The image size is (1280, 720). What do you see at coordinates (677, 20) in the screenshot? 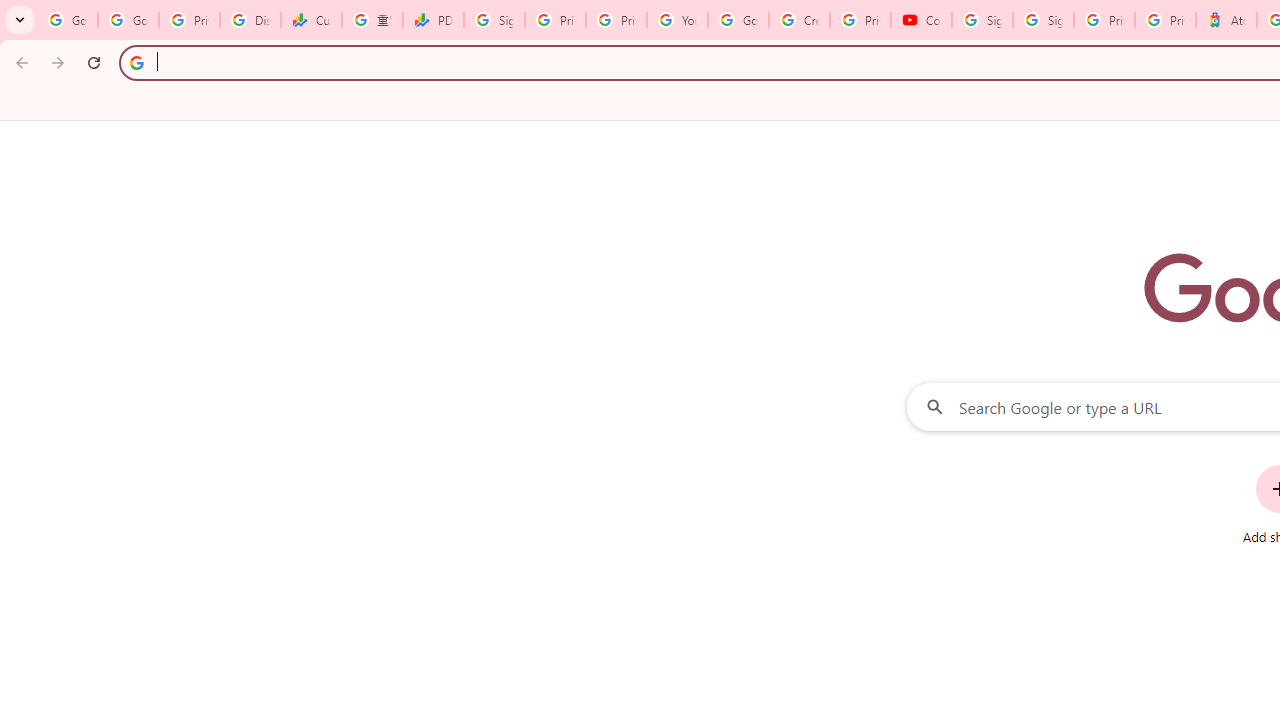
I see `'YouTube'` at bounding box center [677, 20].